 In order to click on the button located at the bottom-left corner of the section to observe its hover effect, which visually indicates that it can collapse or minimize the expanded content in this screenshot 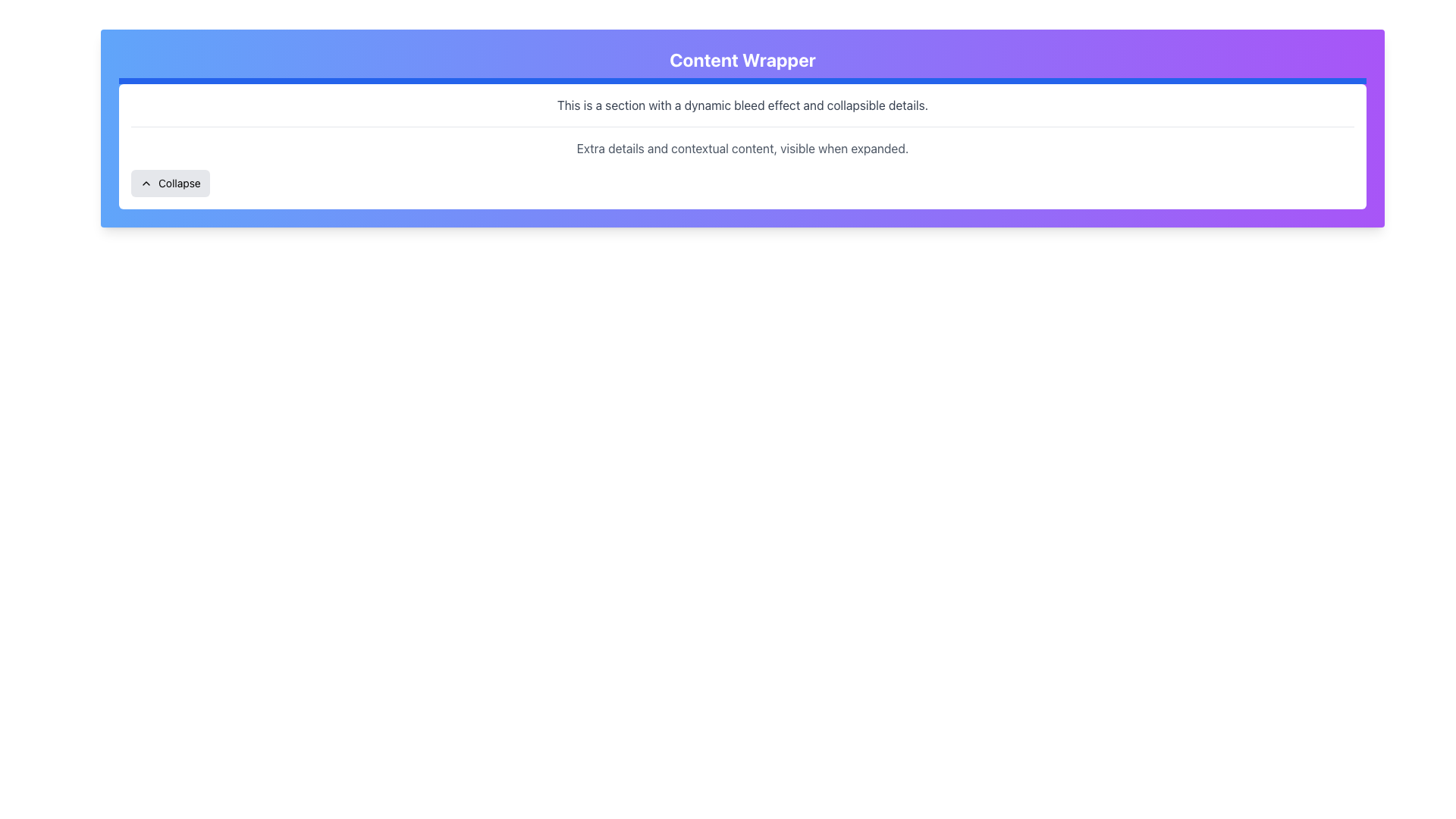, I will do `click(170, 183)`.